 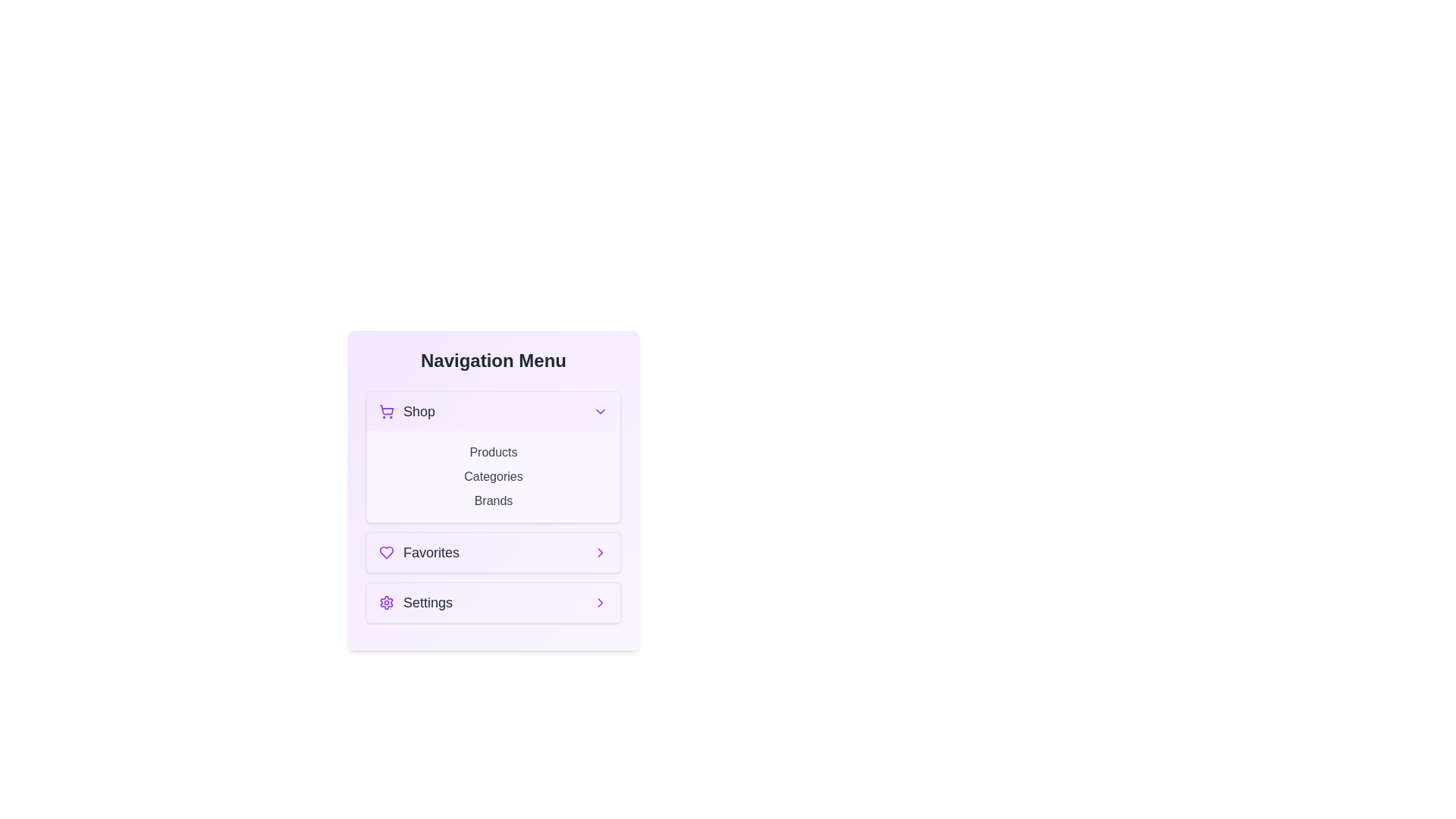 What do you see at coordinates (407, 412) in the screenshot?
I see `the 'Shop' menu item, which features a purple shopping cart icon on the left and bold black text on the right` at bounding box center [407, 412].